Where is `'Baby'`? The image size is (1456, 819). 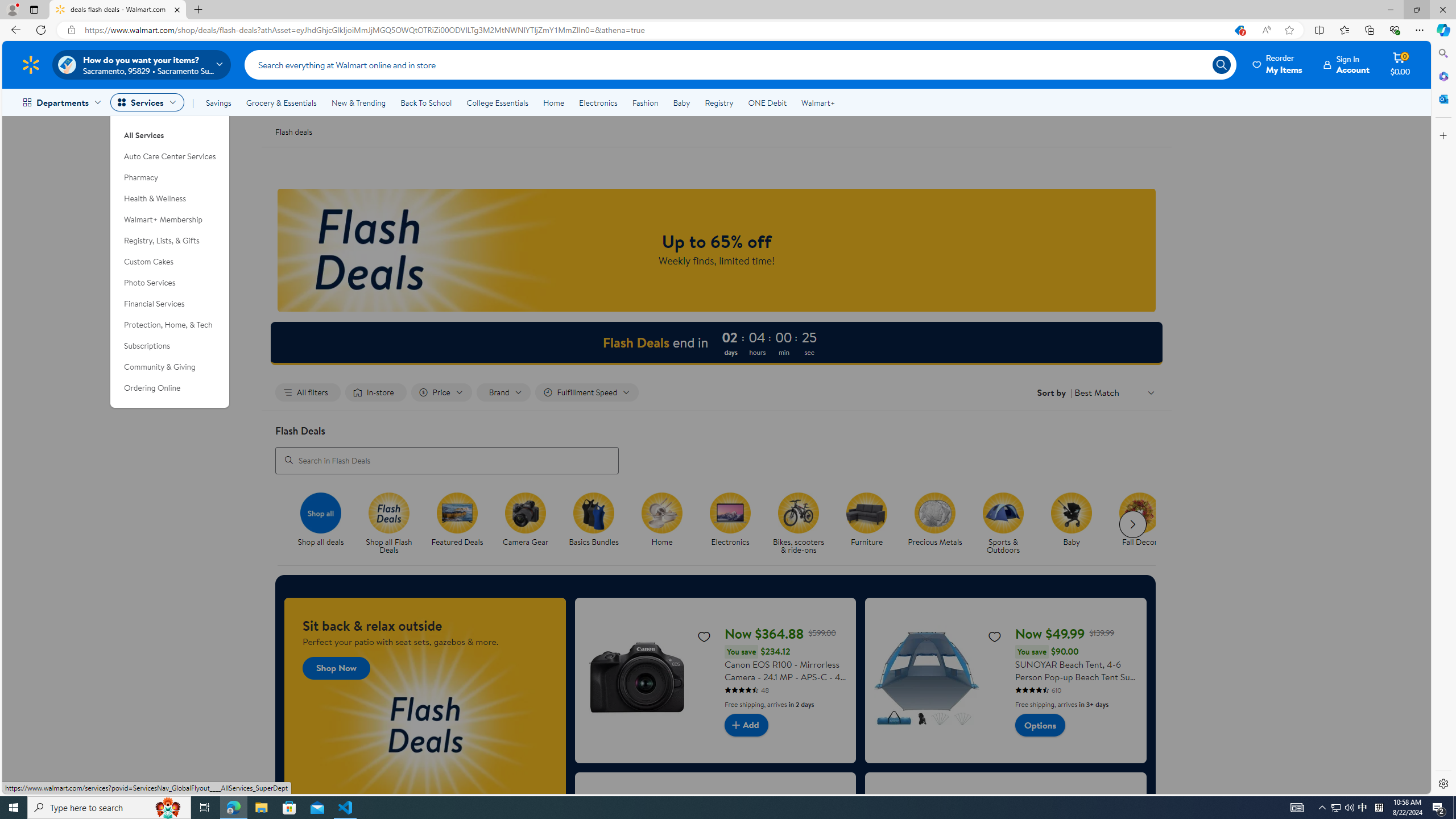 'Baby' is located at coordinates (1071, 512).